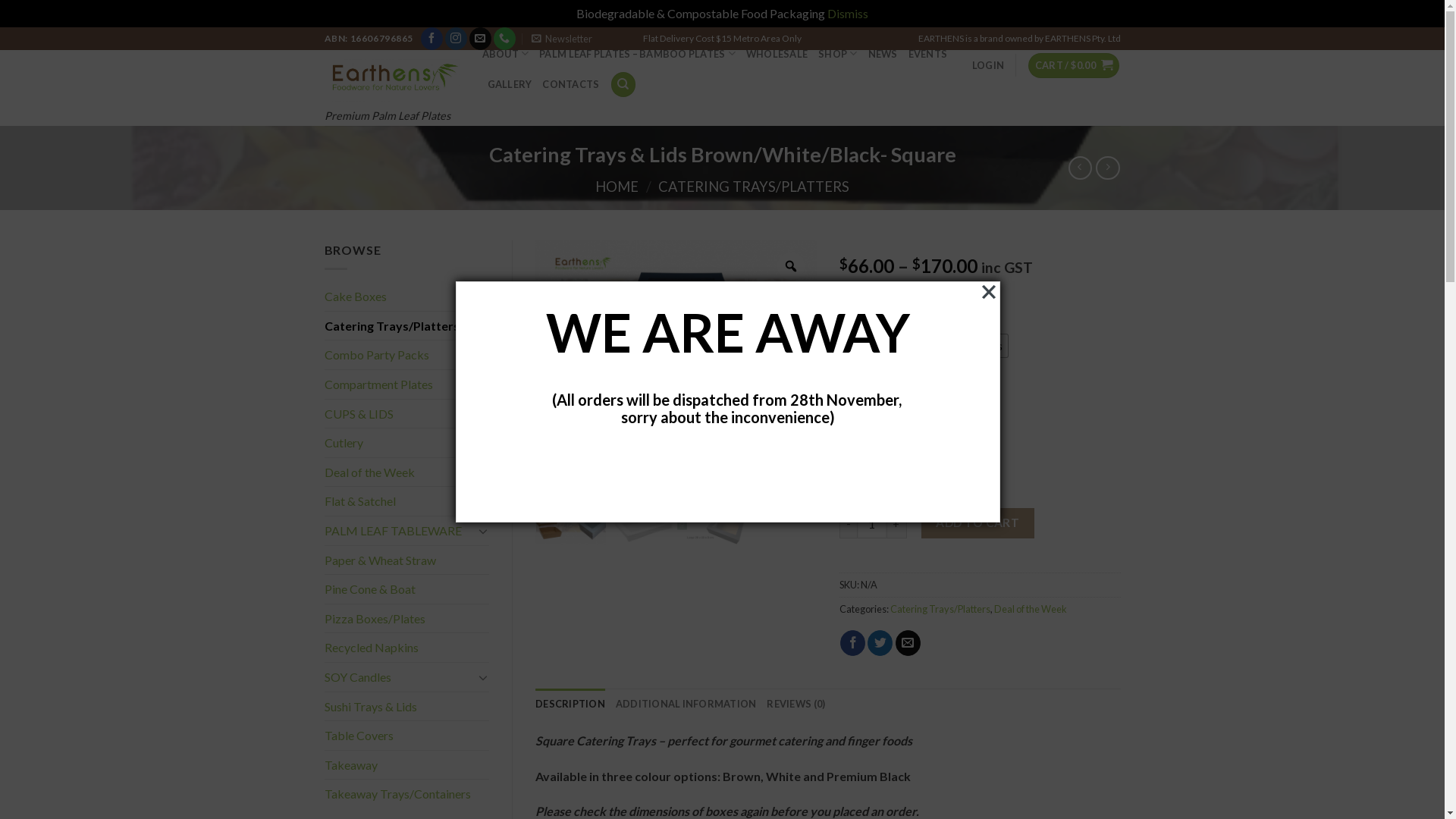 This screenshot has height=819, width=1456. What do you see at coordinates (407, 765) in the screenshot?
I see `'Takeaway'` at bounding box center [407, 765].